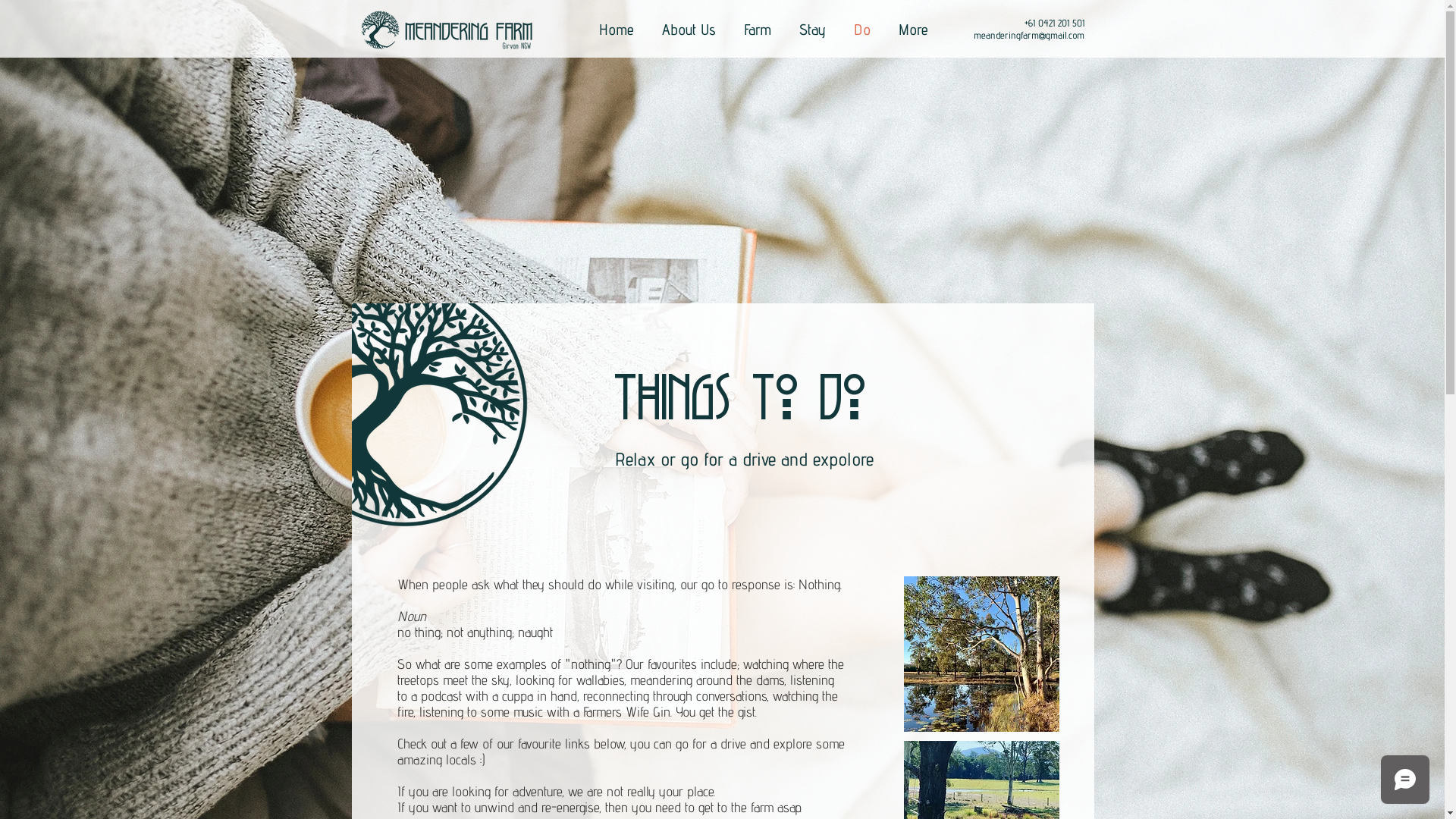 Image resolution: width=1456 pixels, height=819 pixels. Describe the element at coordinates (1029, 34) in the screenshot. I see `'meanderingfarm@gmail.com'` at that location.